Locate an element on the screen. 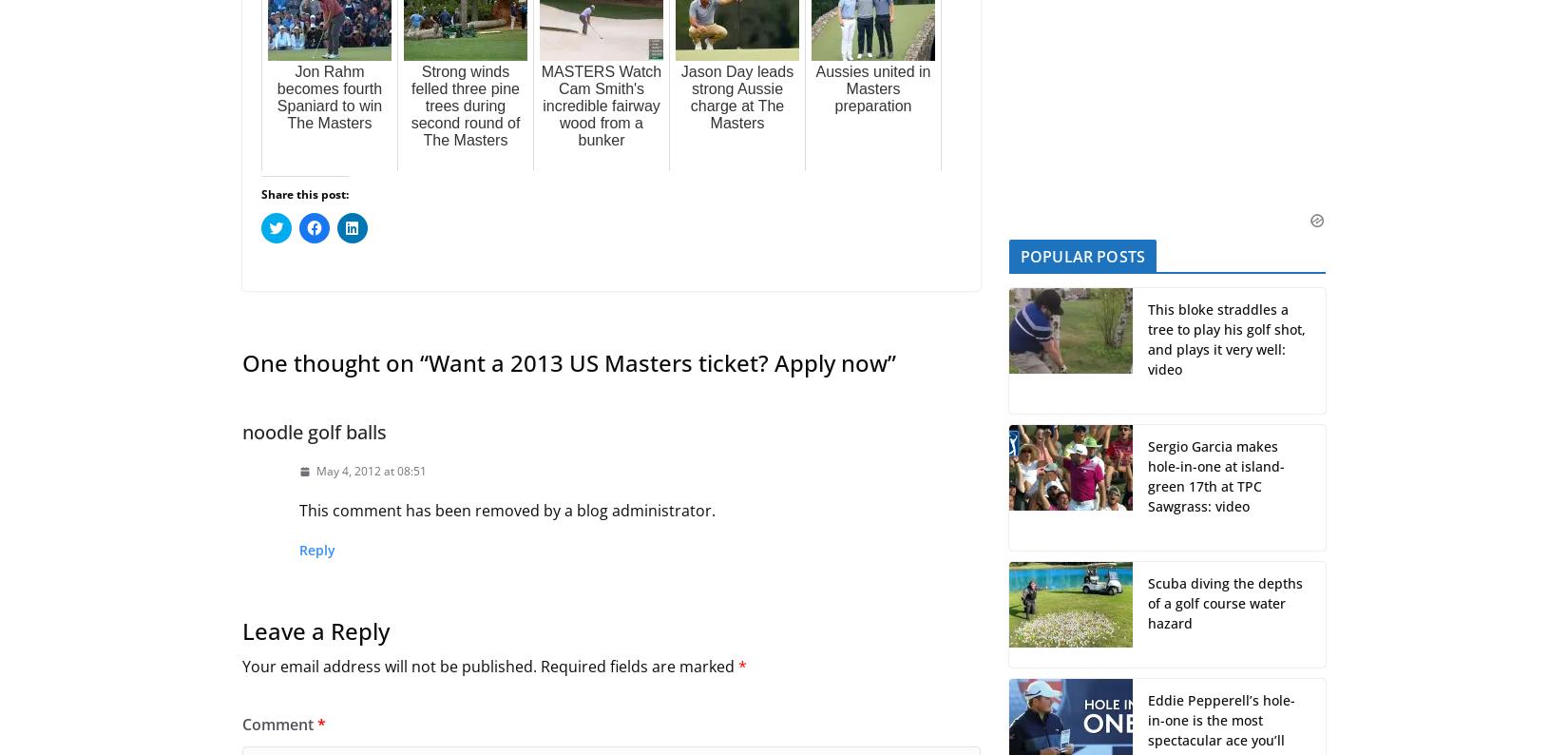 The image size is (1568, 755). 'Comment' is located at coordinates (279, 725).